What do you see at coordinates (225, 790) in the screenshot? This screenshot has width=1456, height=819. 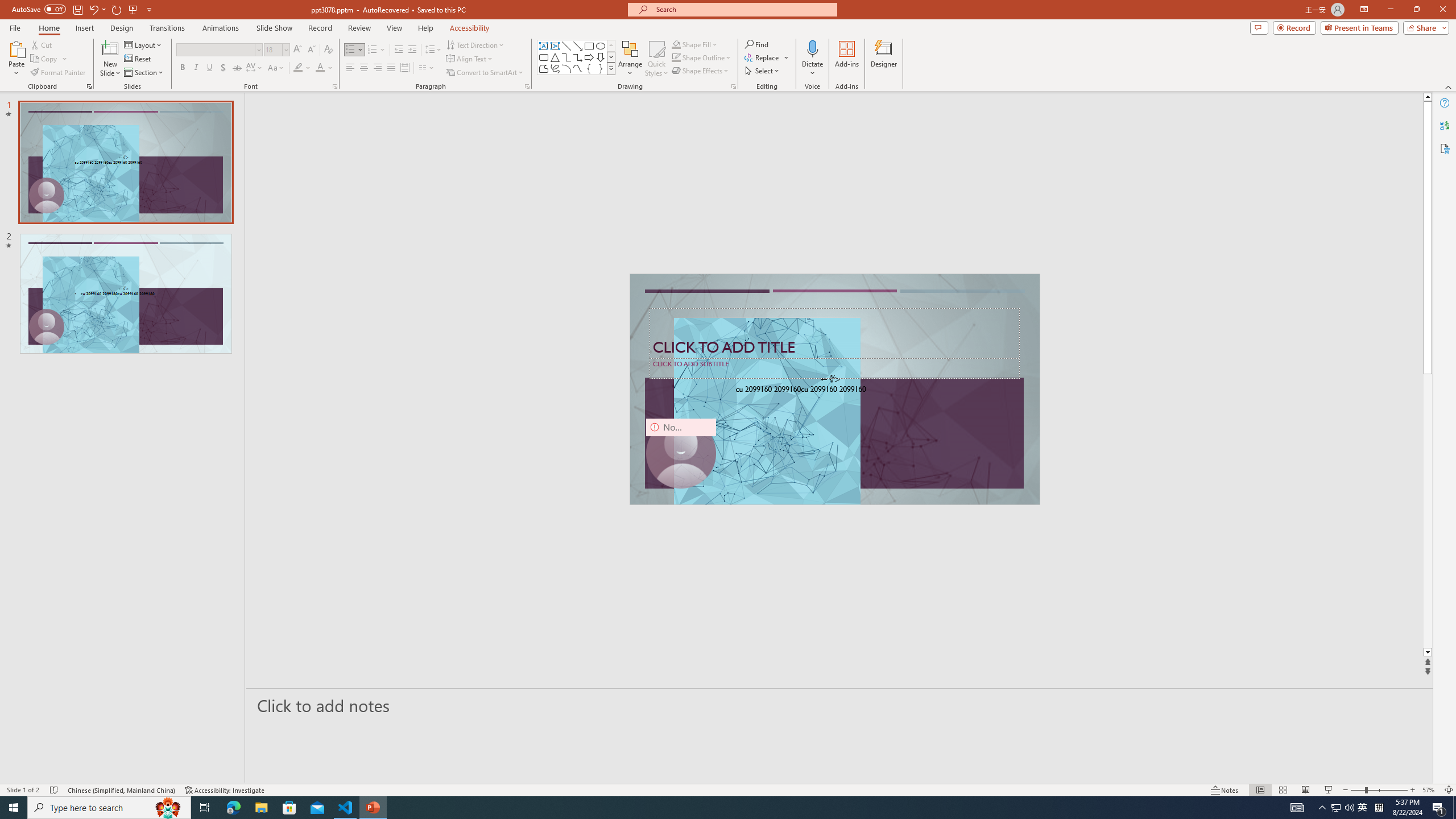 I see `'Accessibility Checker Accessibility: Investigate'` at bounding box center [225, 790].